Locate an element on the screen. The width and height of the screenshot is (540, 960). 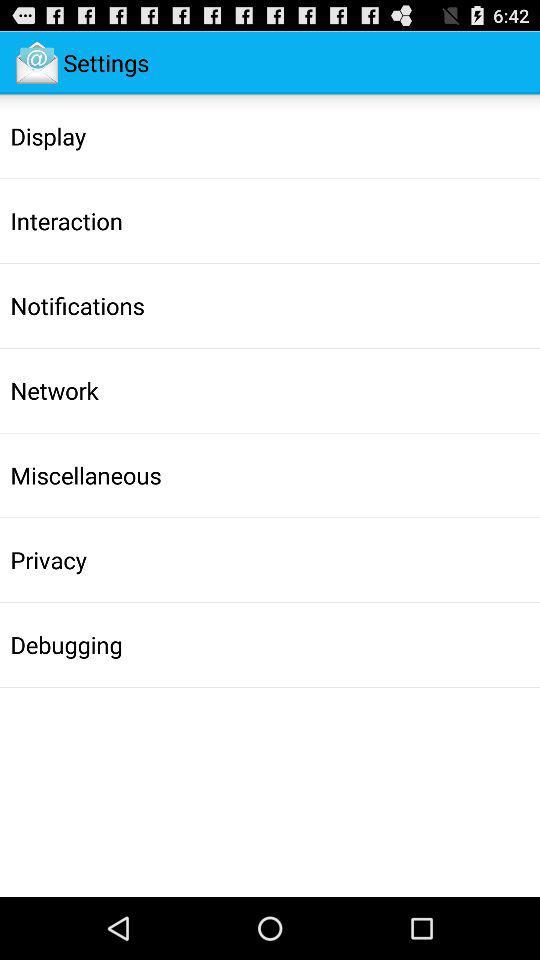
the notifications is located at coordinates (76, 305).